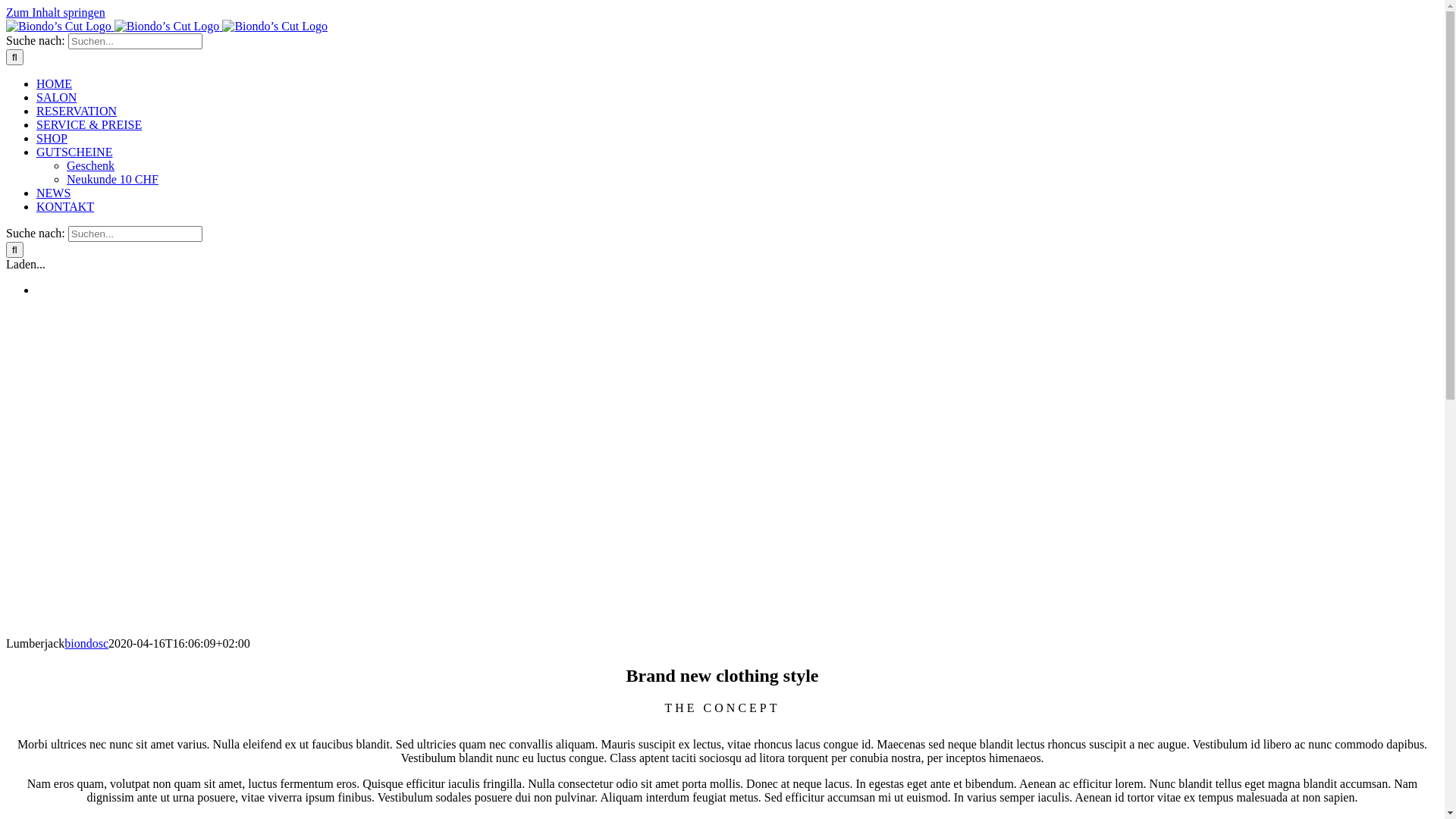  What do you see at coordinates (86, 643) in the screenshot?
I see `'biondosc'` at bounding box center [86, 643].